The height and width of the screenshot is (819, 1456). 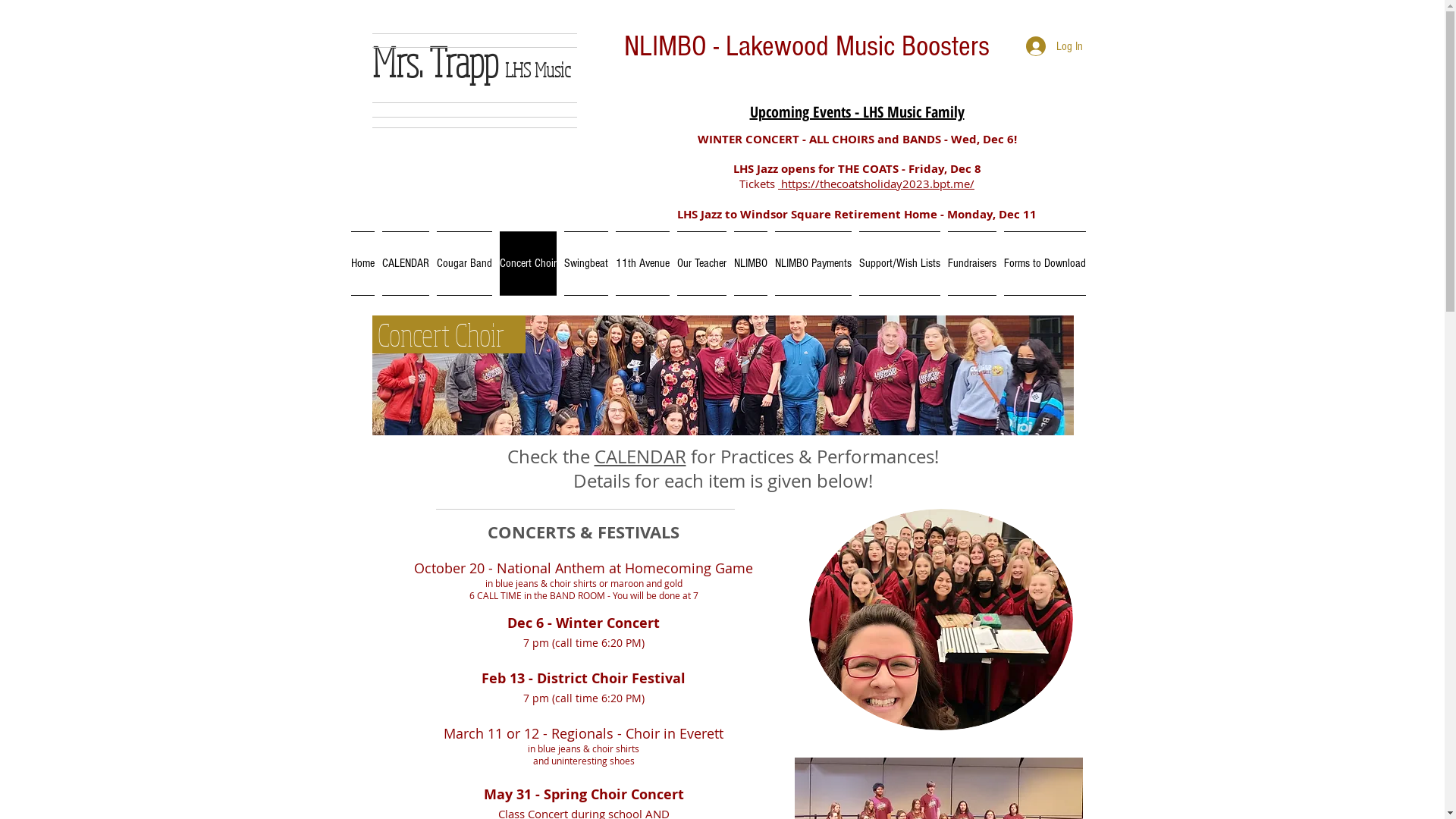 What do you see at coordinates (876, 183) in the screenshot?
I see `'https://thecoatsholiday2023.bpt.me/'` at bounding box center [876, 183].